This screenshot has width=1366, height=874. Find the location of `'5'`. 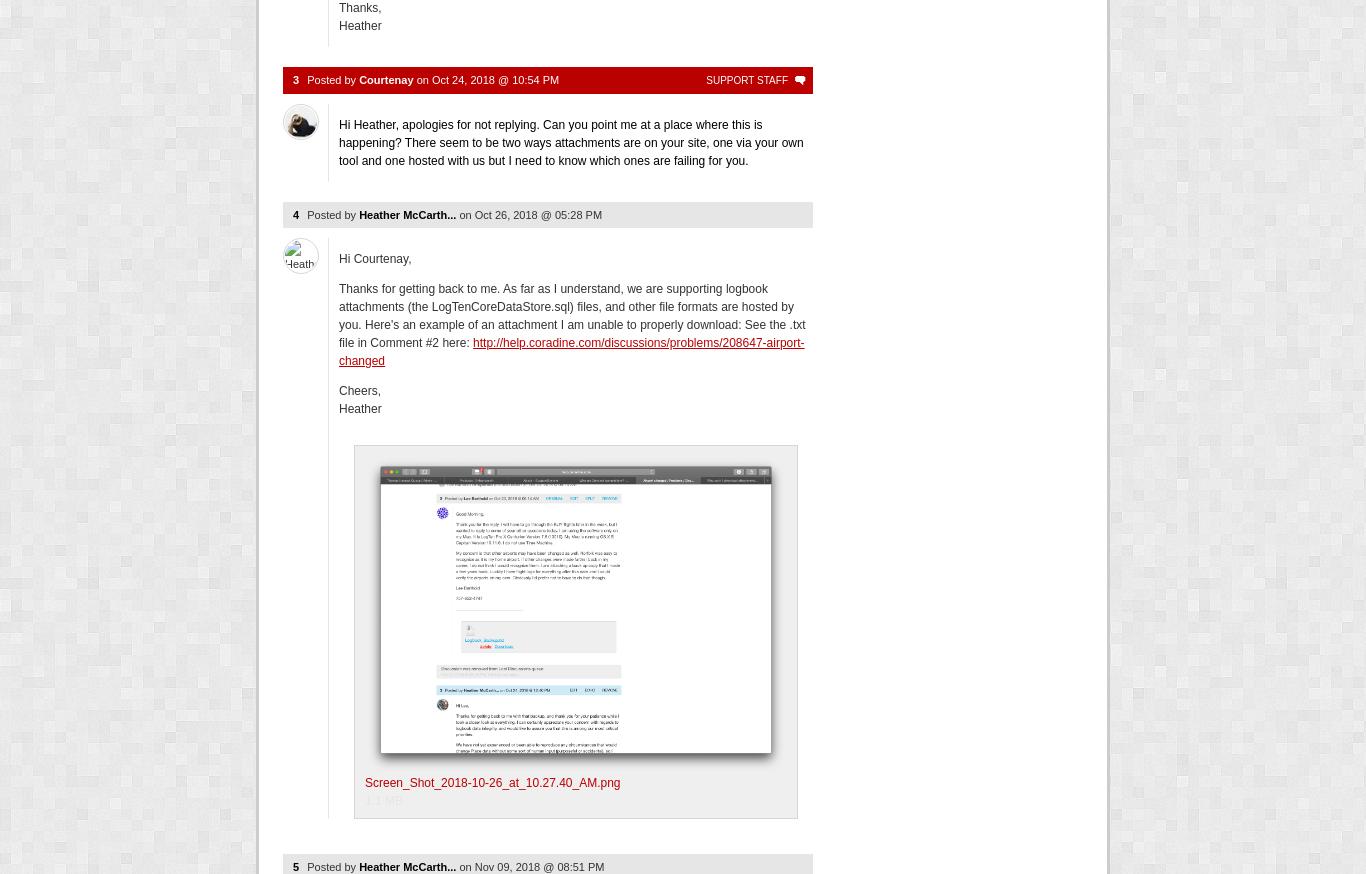

'5' is located at coordinates (296, 865).